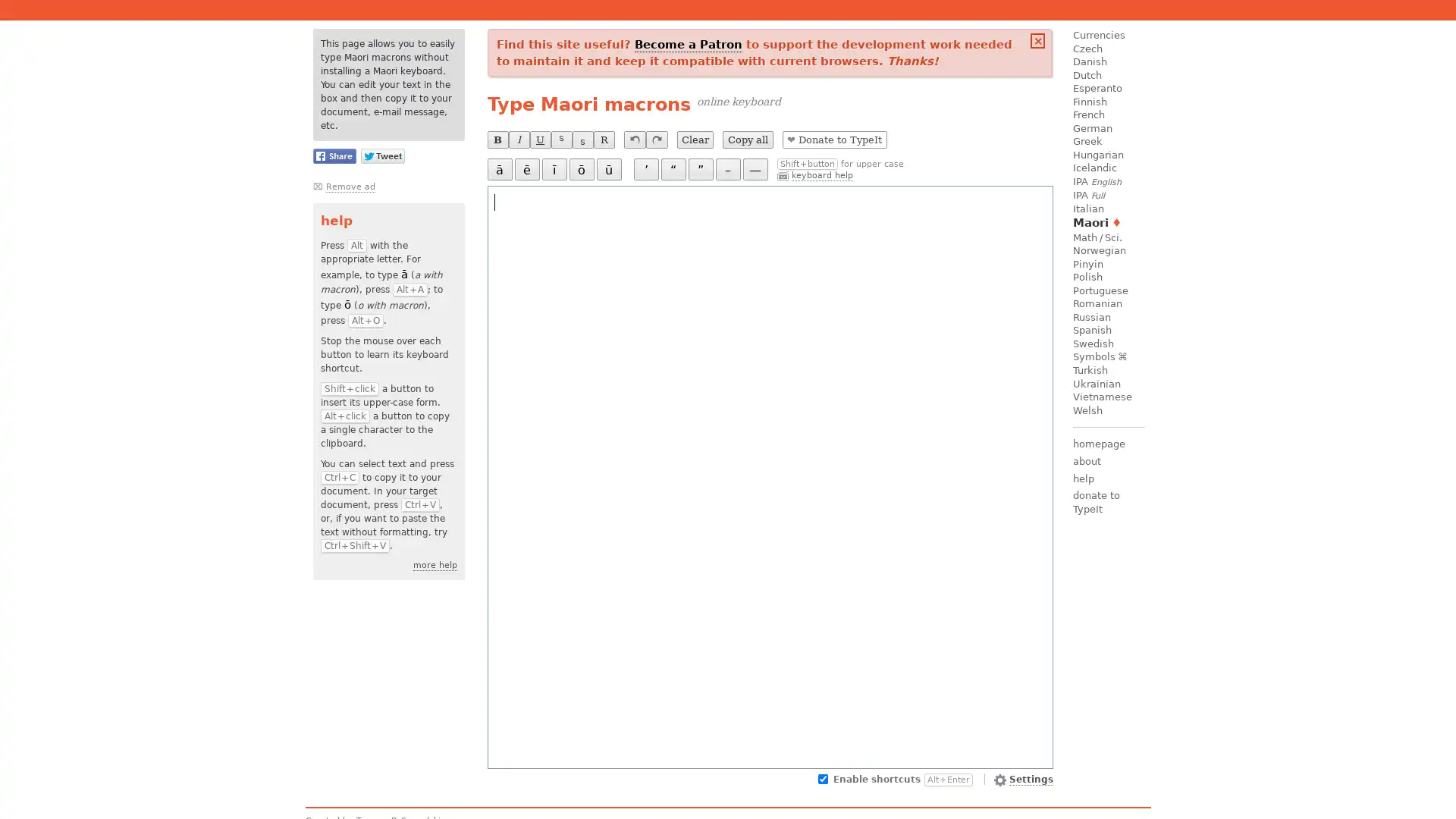  I want to click on Clear, so click(694, 140).